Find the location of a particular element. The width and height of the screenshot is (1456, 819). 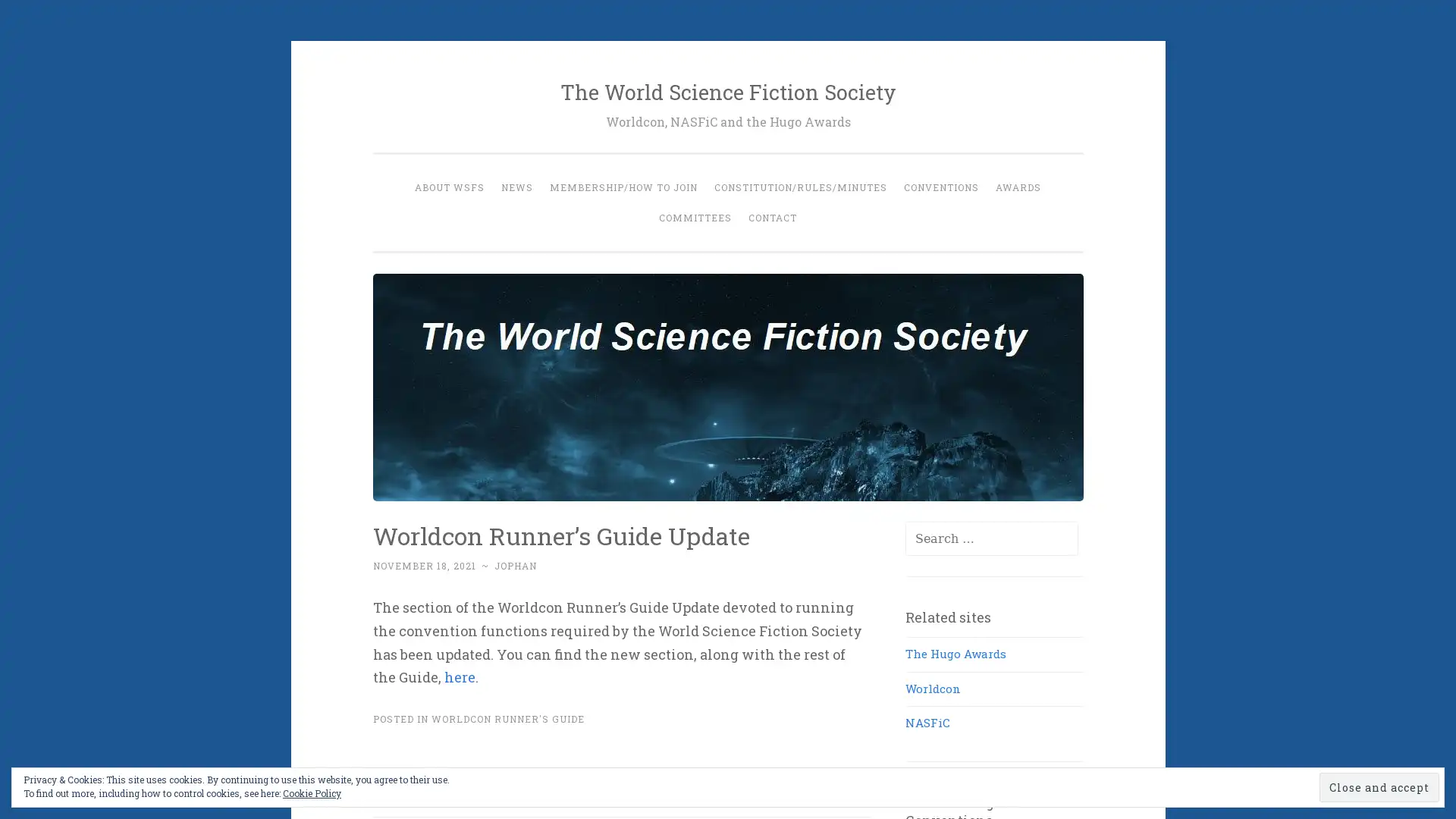

Close and accept is located at coordinates (1379, 786).